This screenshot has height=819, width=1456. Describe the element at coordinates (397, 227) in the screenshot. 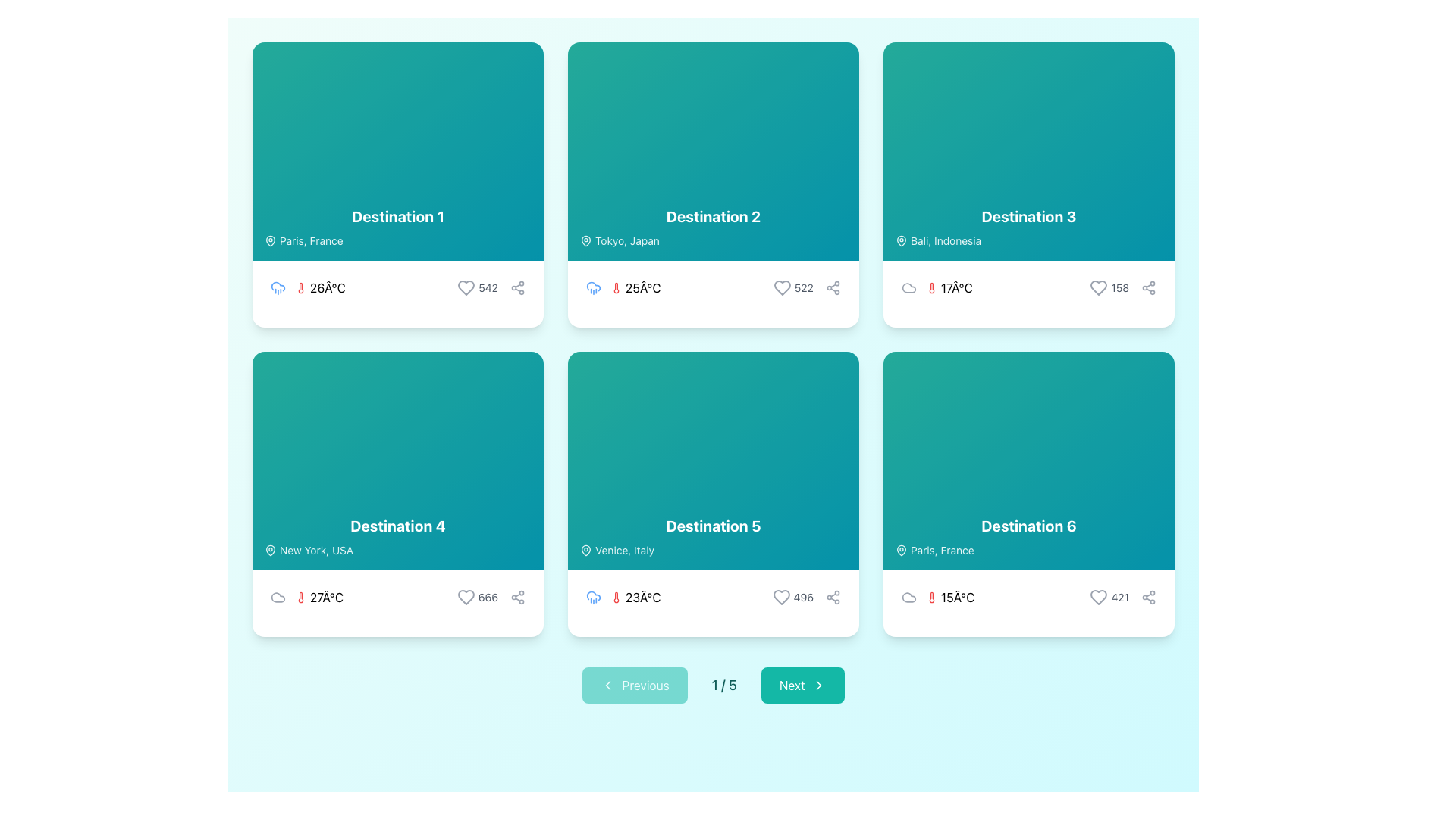

I see `the Informative Text Cluster displaying 'Destination 1' and 'Paris, France' for potential tooltips` at that location.